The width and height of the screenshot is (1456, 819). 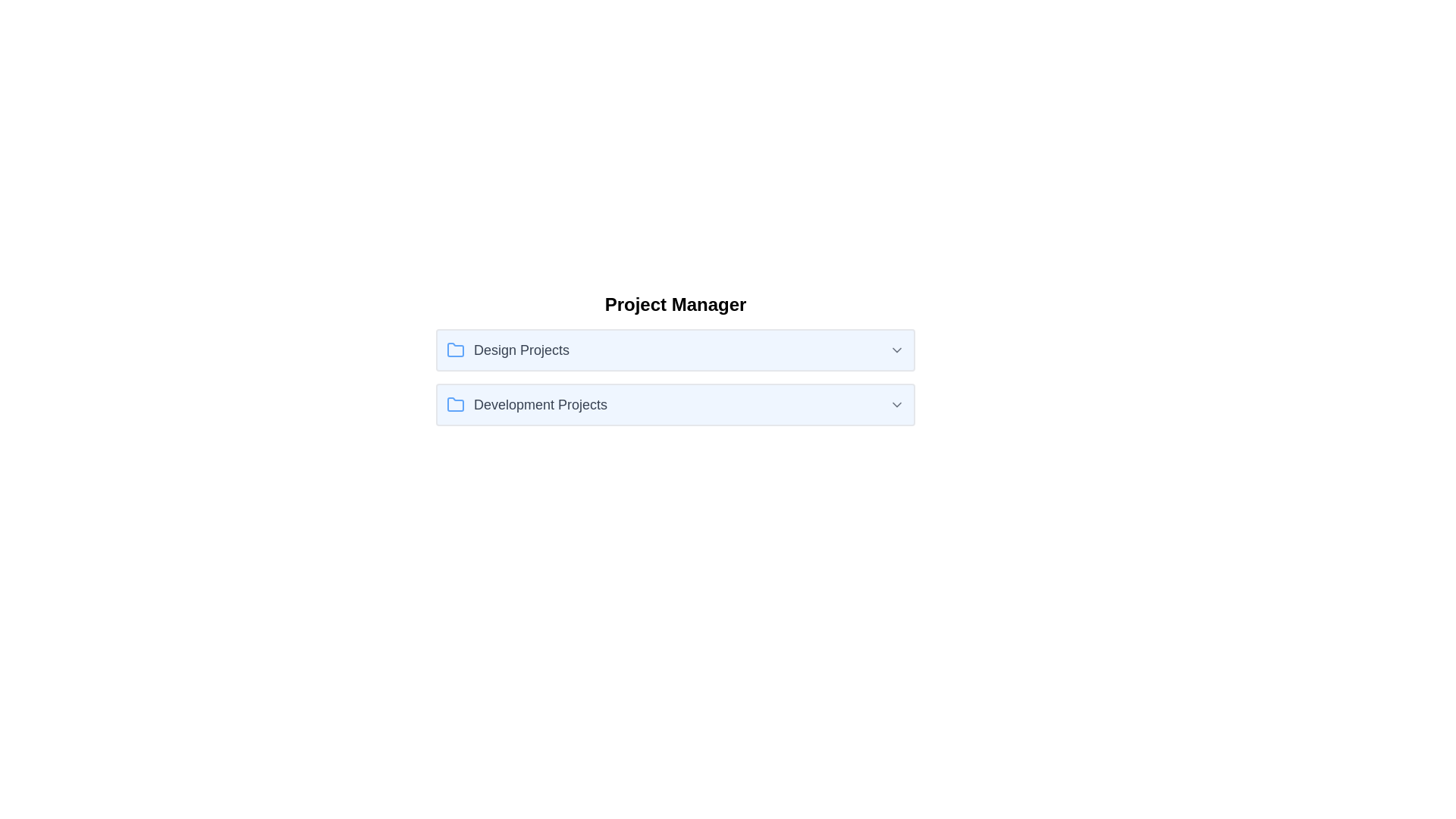 I want to click on the text label that describes the 'Design Projects' under the 'Project Manager' section, located to the right of the blue folder icon, so click(x=521, y=350).